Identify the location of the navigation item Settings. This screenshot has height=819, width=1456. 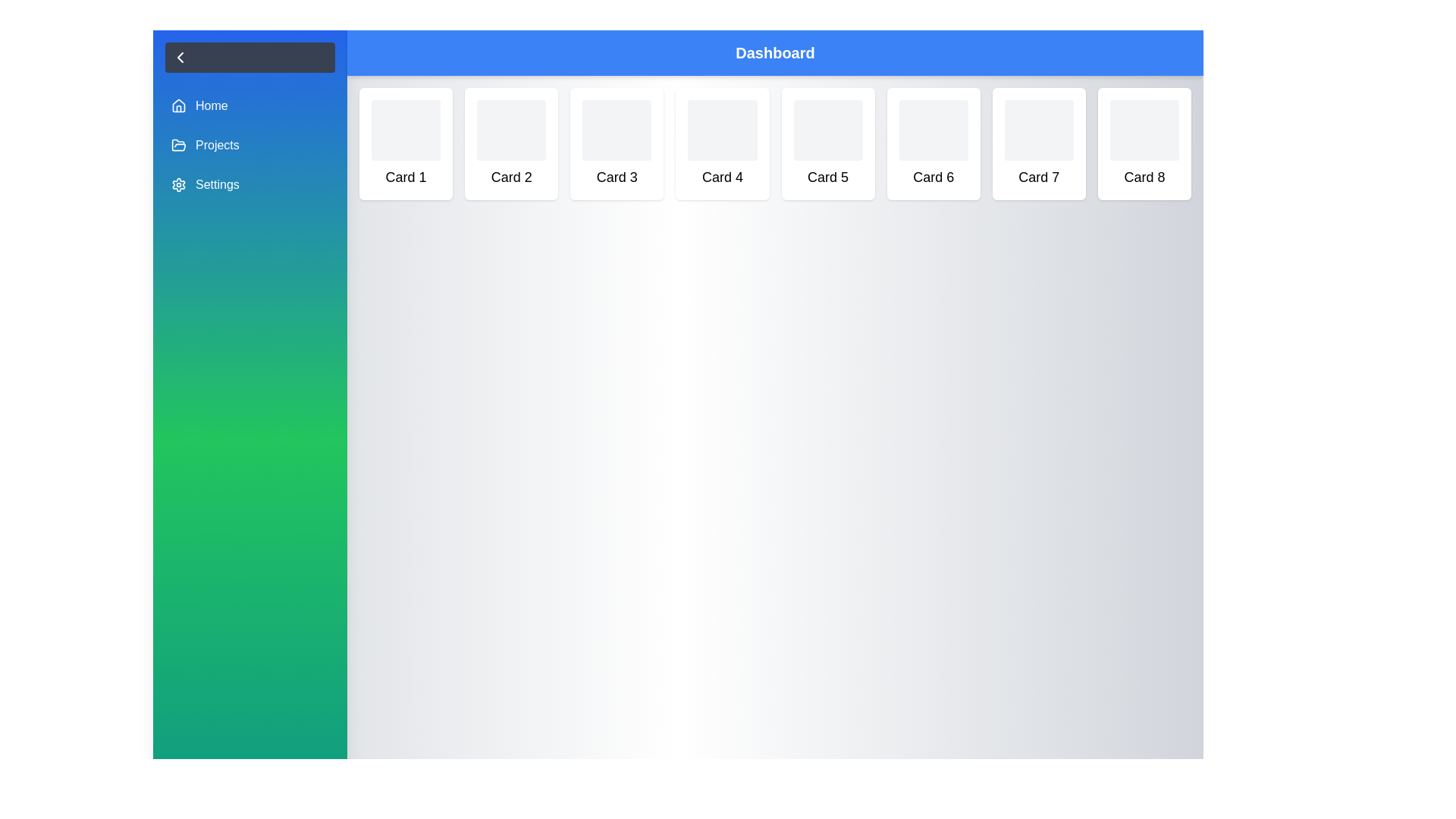
(250, 184).